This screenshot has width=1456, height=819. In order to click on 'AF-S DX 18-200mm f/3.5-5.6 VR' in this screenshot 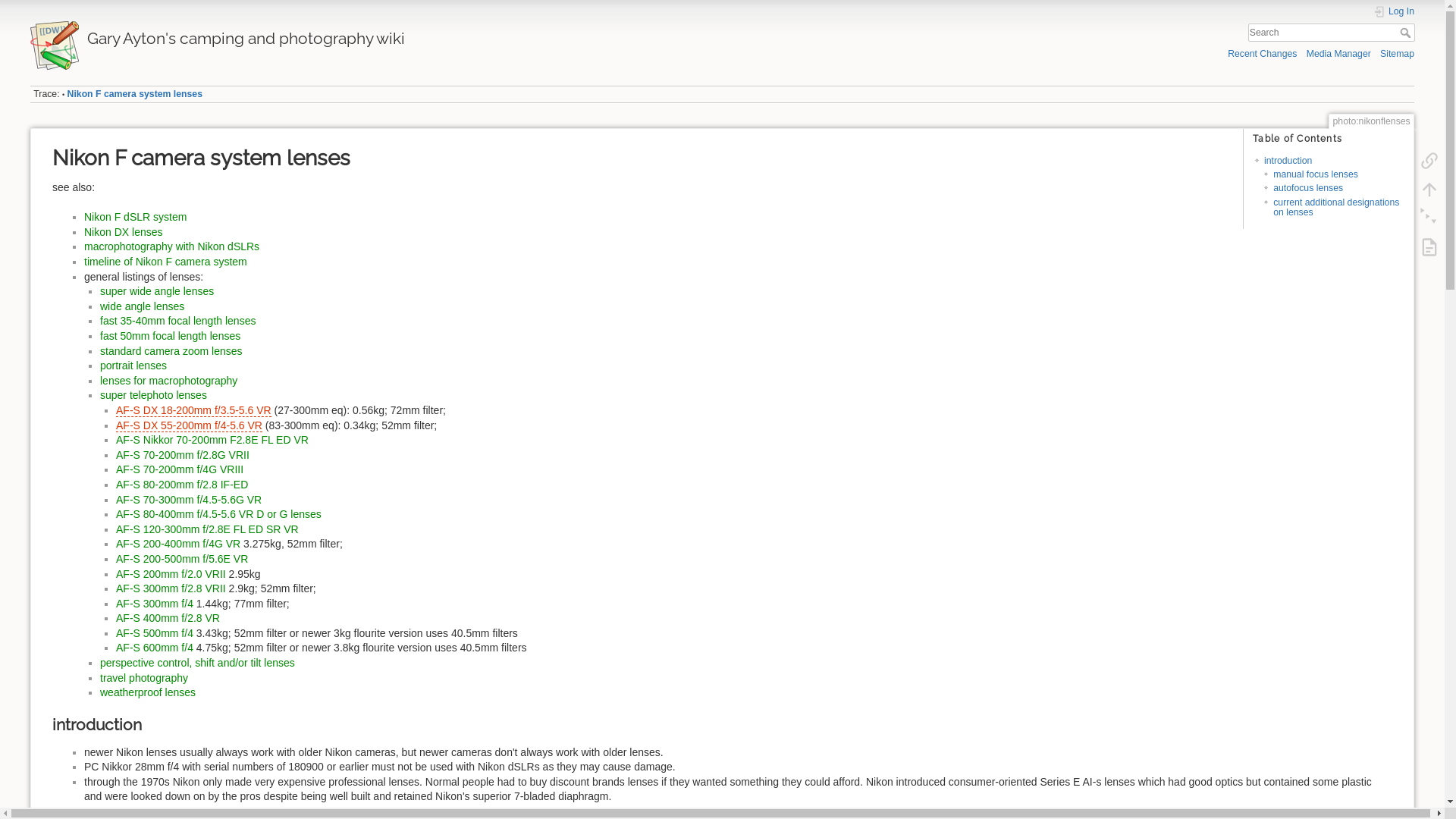, I will do `click(193, 410)`.